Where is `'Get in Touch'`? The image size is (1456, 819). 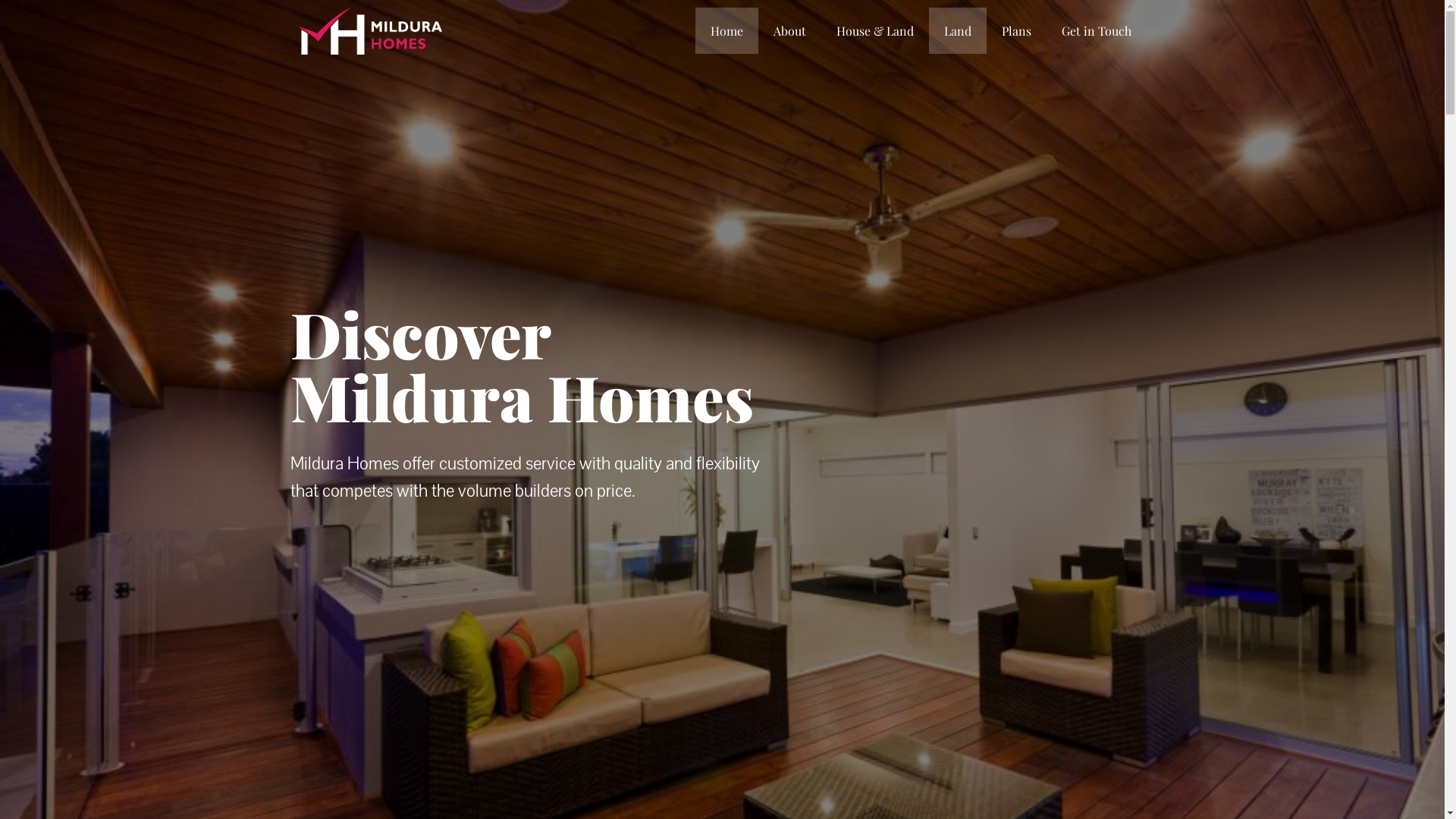 'Get in Touch' is located at coordinates (1096, 30).